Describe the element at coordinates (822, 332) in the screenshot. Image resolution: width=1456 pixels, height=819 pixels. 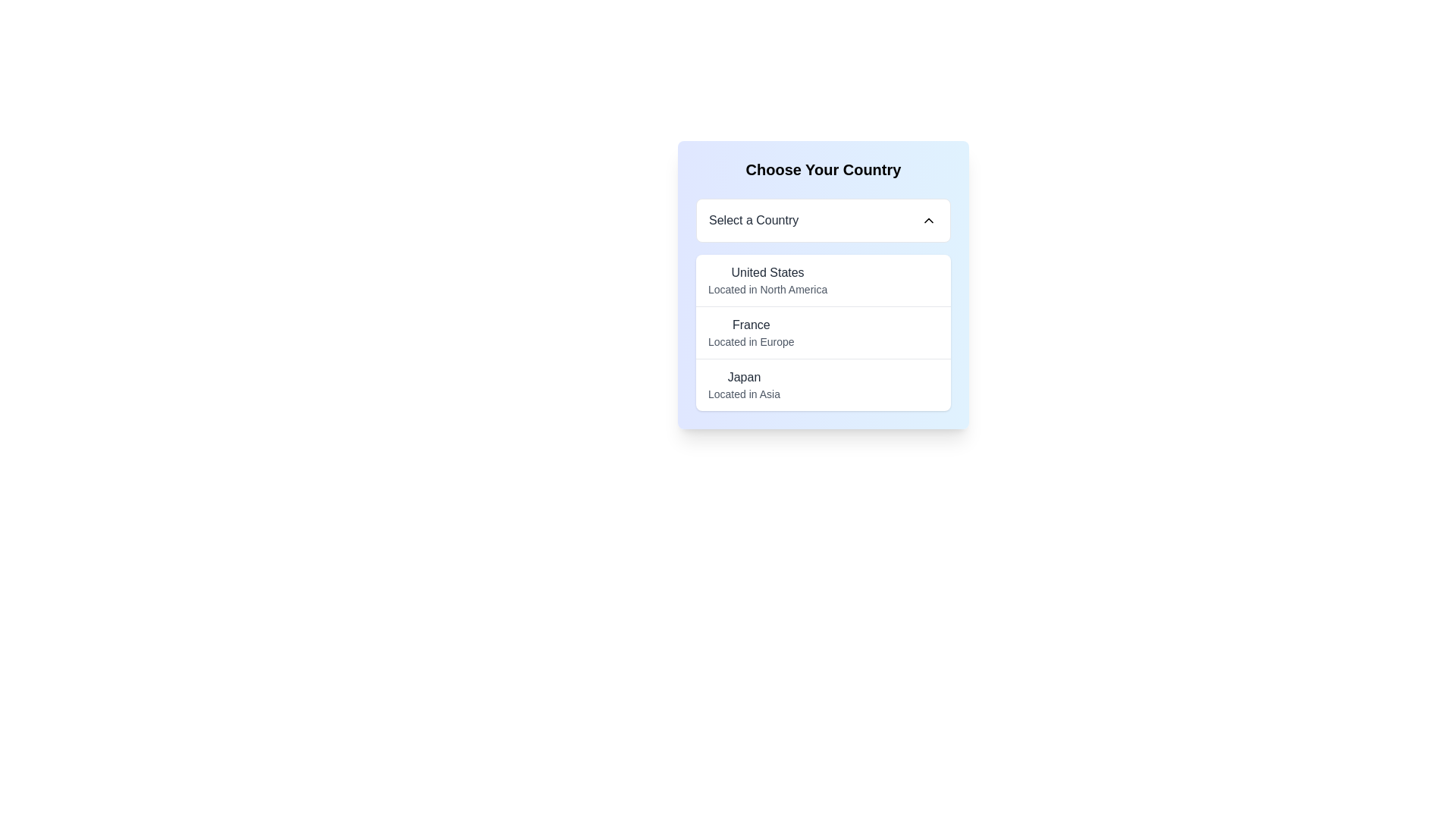
I see `the second entry in the country list, which is located below the 'Select a Country' dropdown in the 'Choose Your Country' component` at that location.